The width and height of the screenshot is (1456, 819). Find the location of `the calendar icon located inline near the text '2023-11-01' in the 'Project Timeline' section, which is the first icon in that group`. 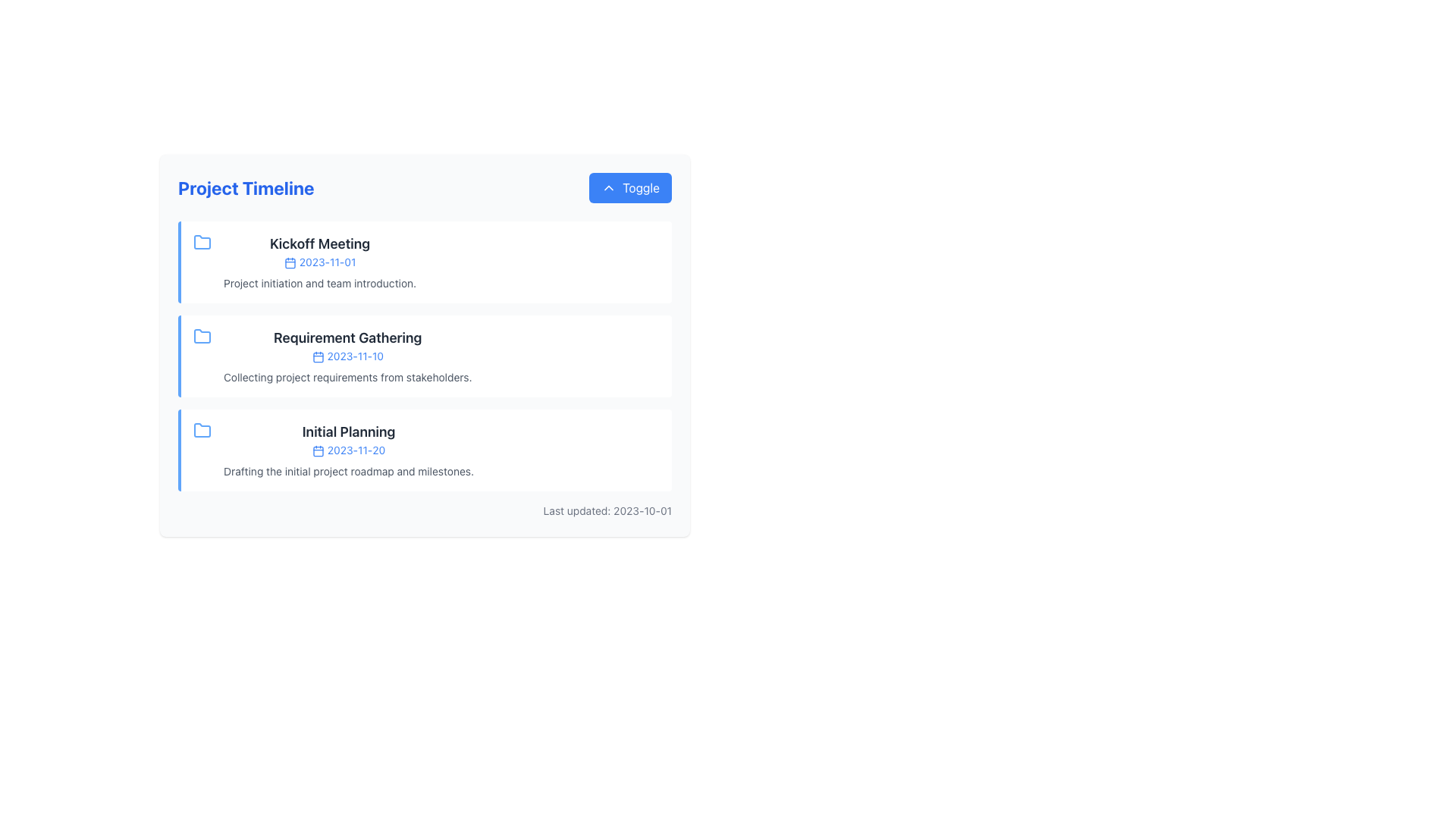

the calendar icon located inline near the text '2023-11-01' in the 'Project Timeline' section, which is the first icon in that group is located at coordinates (290, 262).